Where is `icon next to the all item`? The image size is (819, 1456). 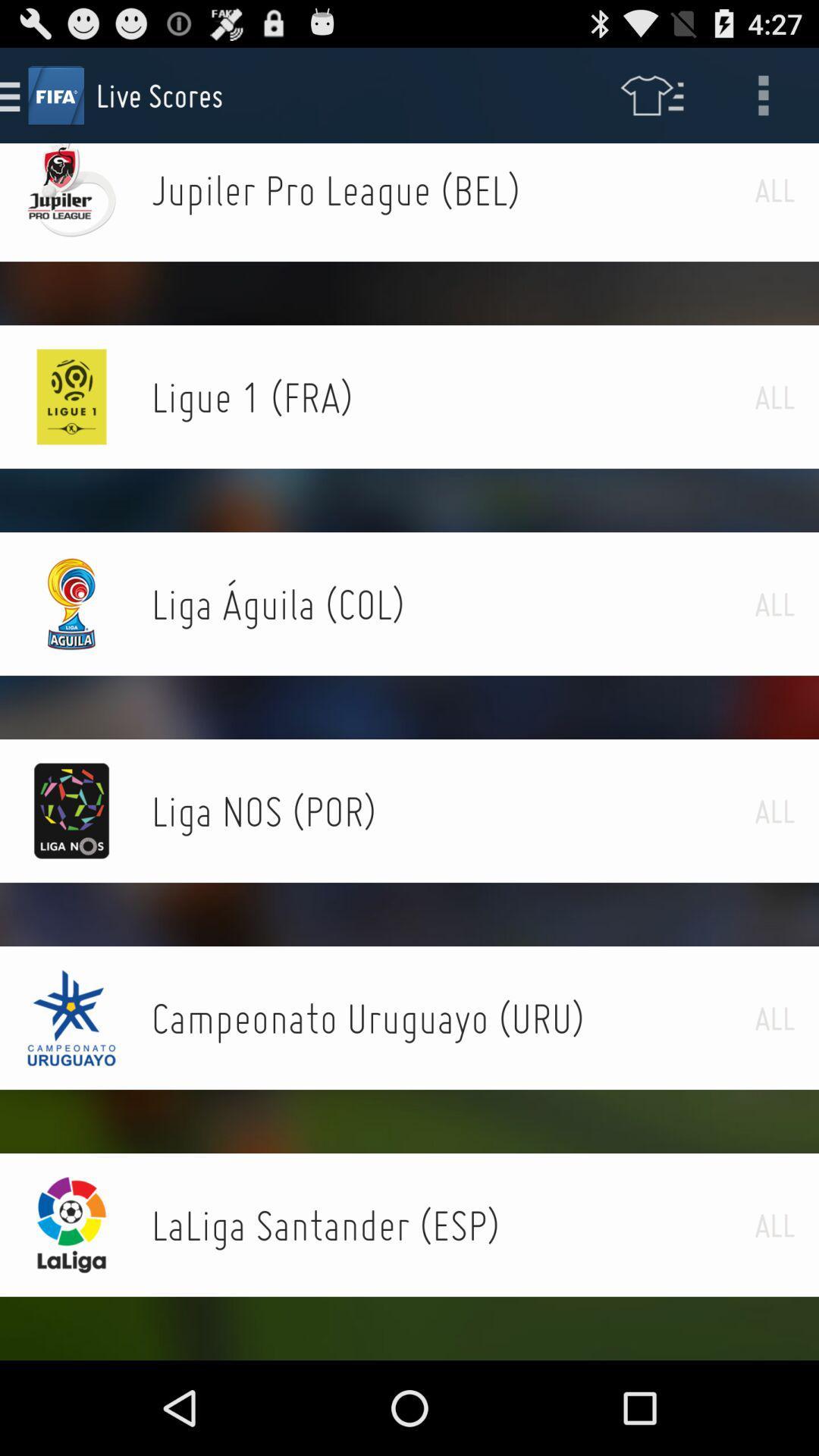
icon next to the all item is located at coordinates (452, 603).